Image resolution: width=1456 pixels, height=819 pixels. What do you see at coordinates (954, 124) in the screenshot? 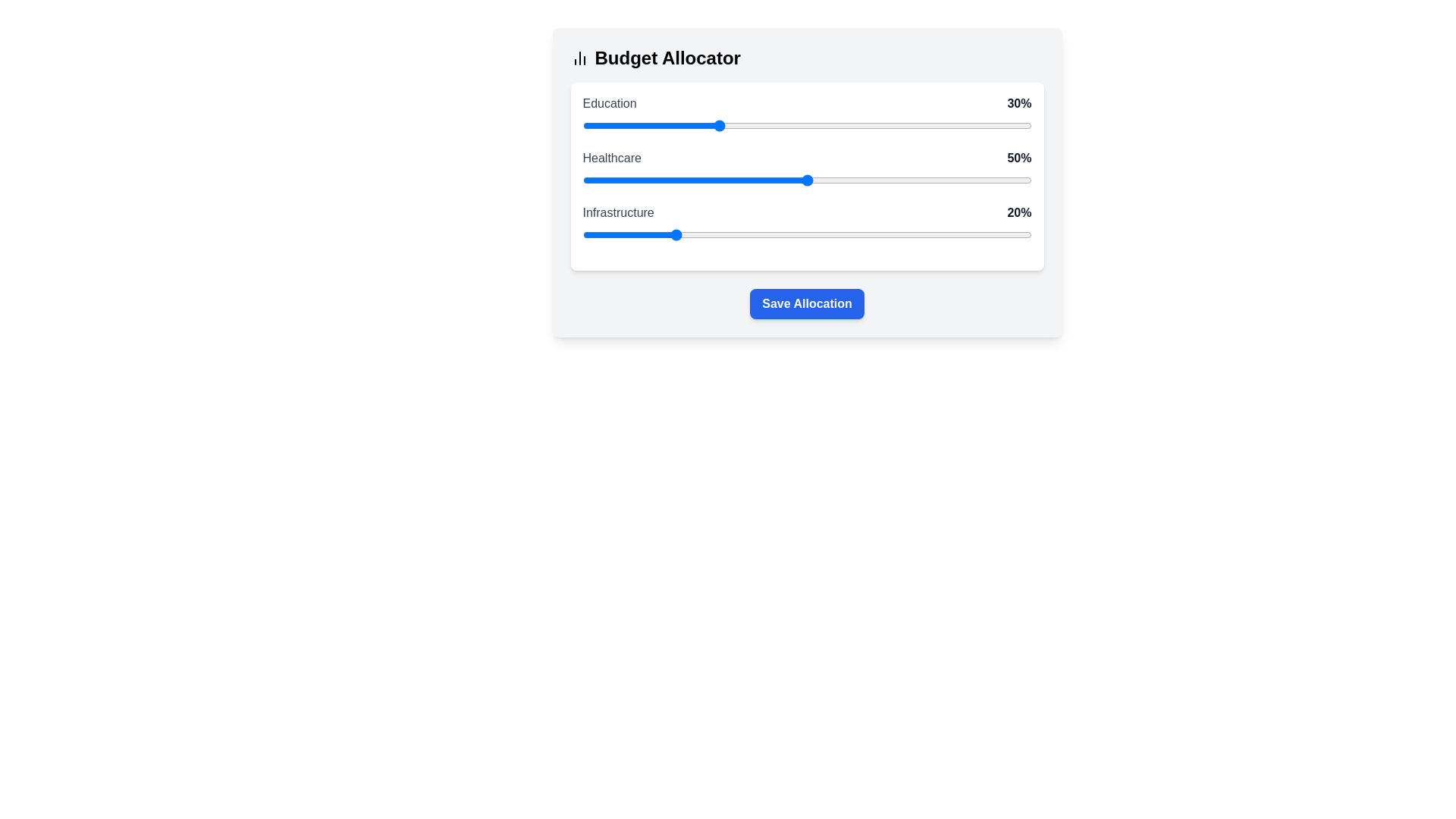
I see `the education slider` at bounding box center [954, 124].